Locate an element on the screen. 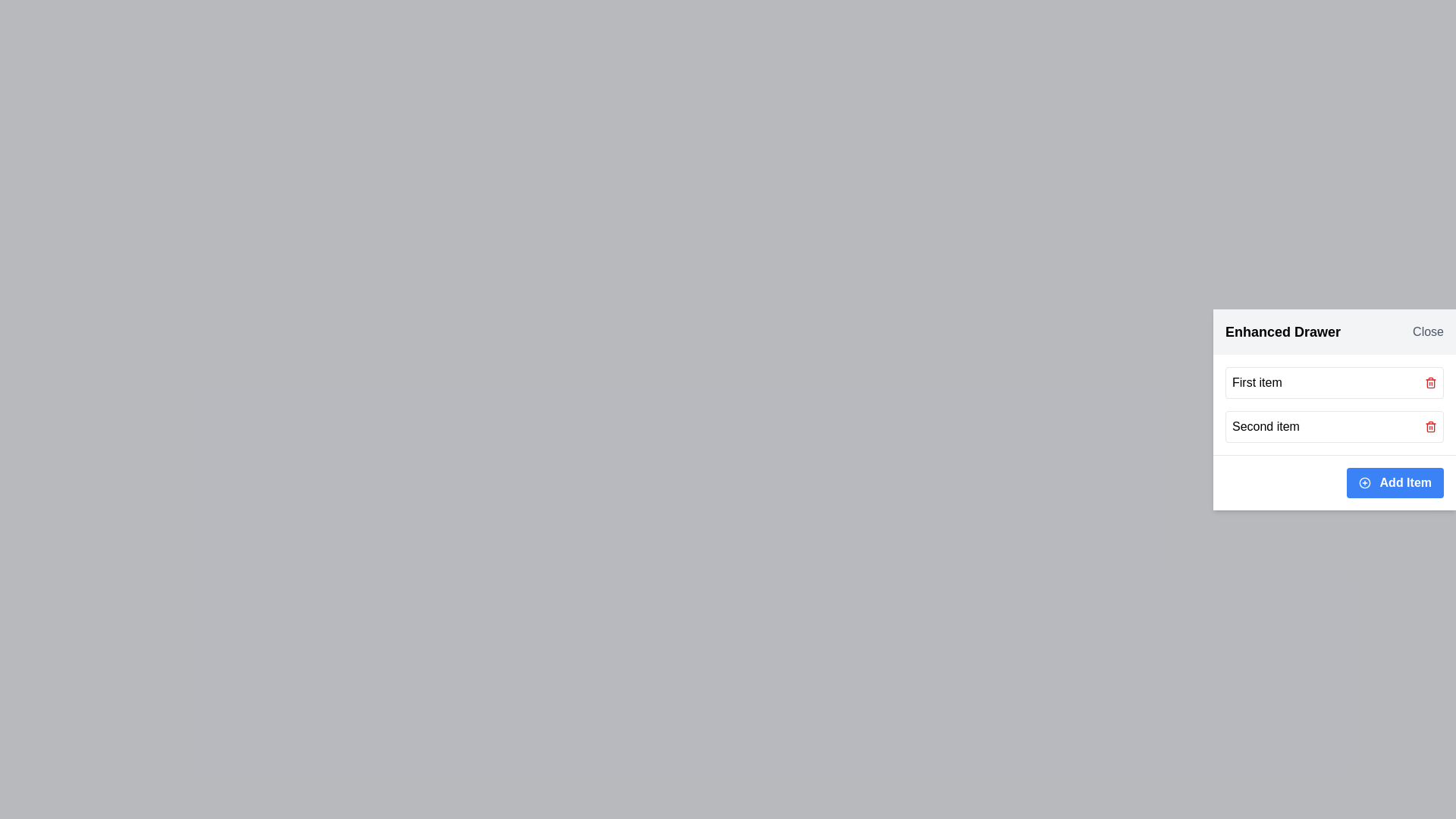  the Text label that serves as a title for the second list item in the drawer panel, located directly beneath the 'First item' is located at coordinates (1266, 426).